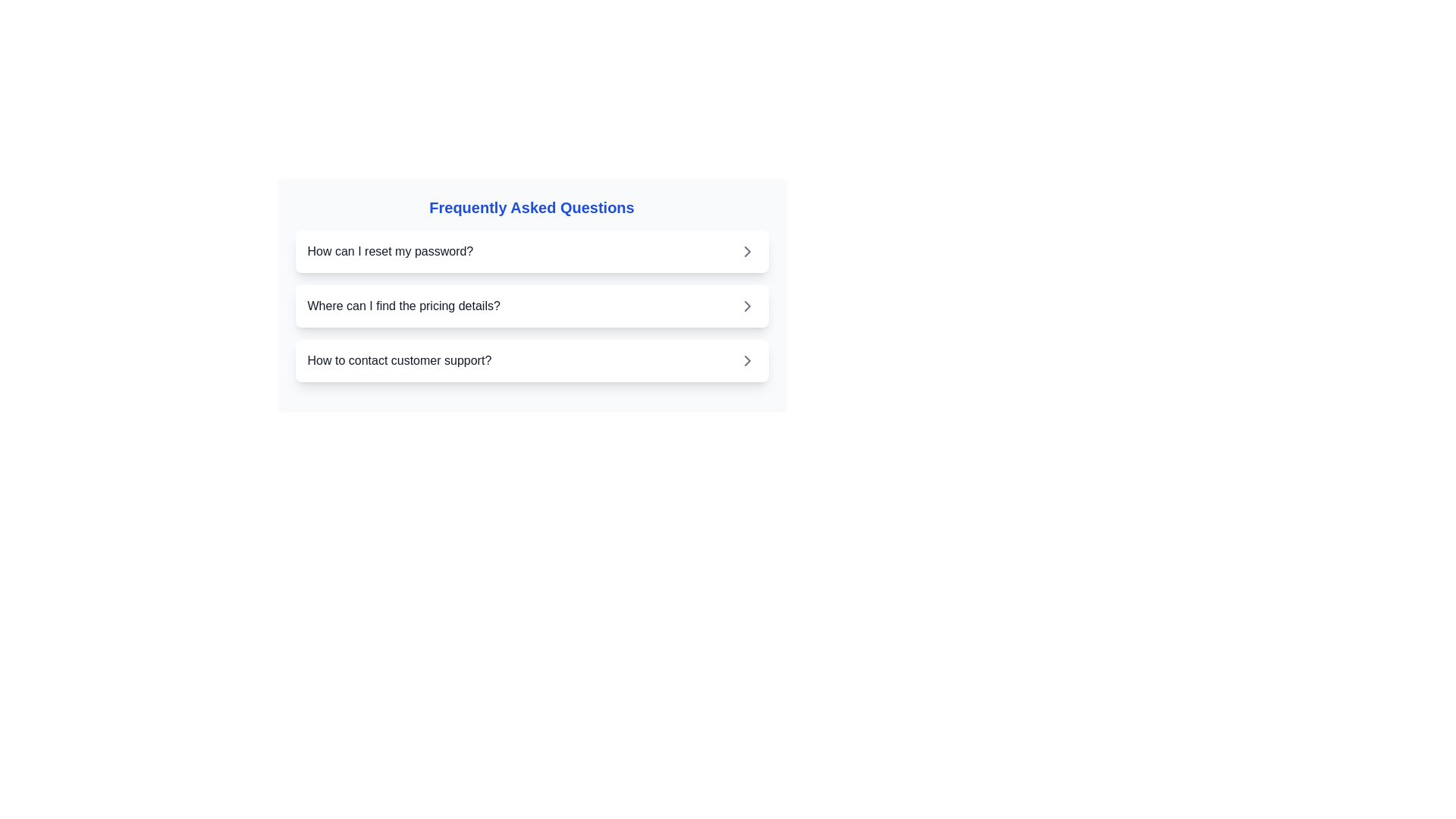 The width and height of the screenshot is (1456, 819). What do you see at coordinates (532, 360) in the screenshot?
I see `the third item in the 'Frequently Asked Questions' list that relates to contacting customer support` at bounding box center [532, 360].